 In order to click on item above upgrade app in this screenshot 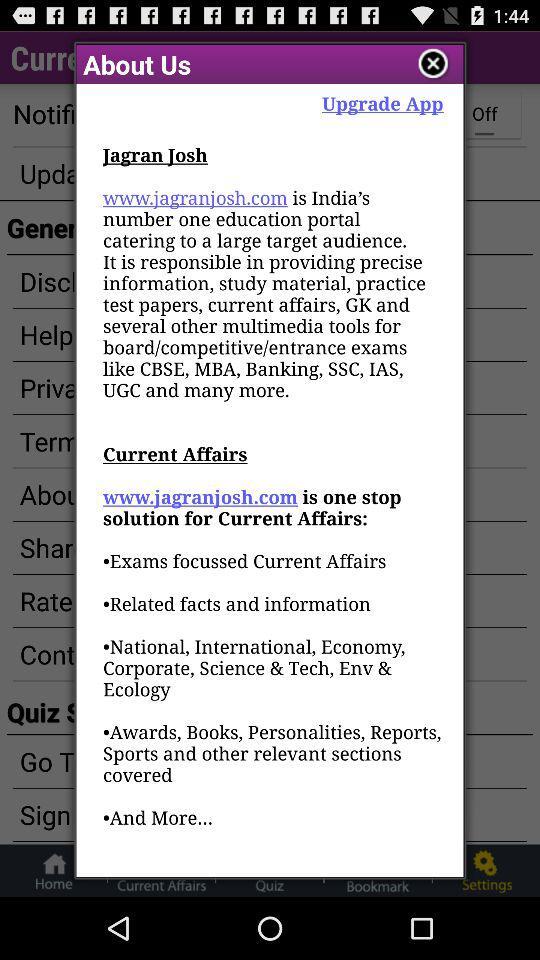, I will do `click(432, 64)`.